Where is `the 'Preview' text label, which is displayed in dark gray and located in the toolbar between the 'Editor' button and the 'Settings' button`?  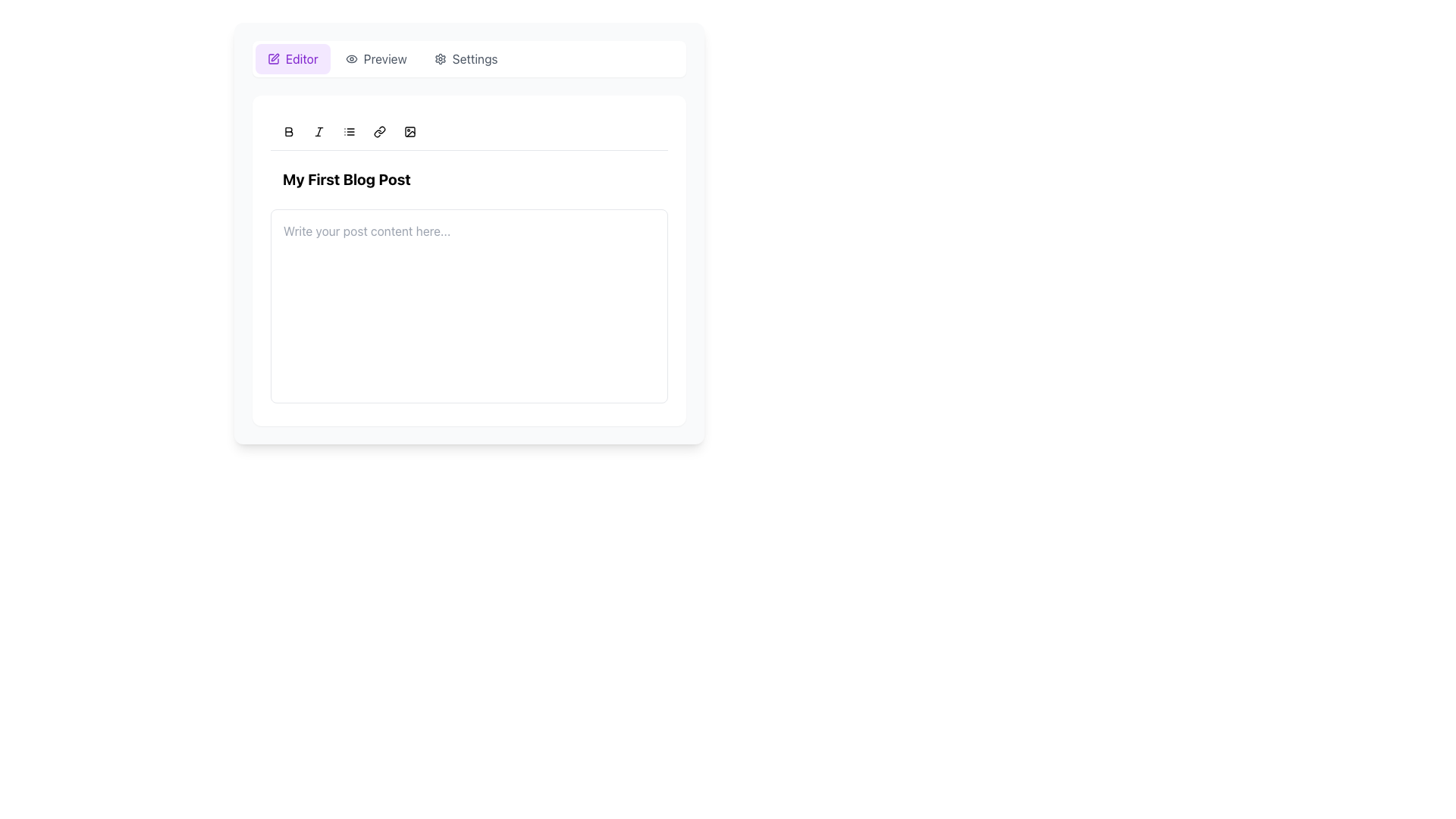
the 'Preview' text label, which is displayed in dark gray and located in the toolbar between the 'Editor' button and the 'Settings' button is located at coordinates (385, 58).